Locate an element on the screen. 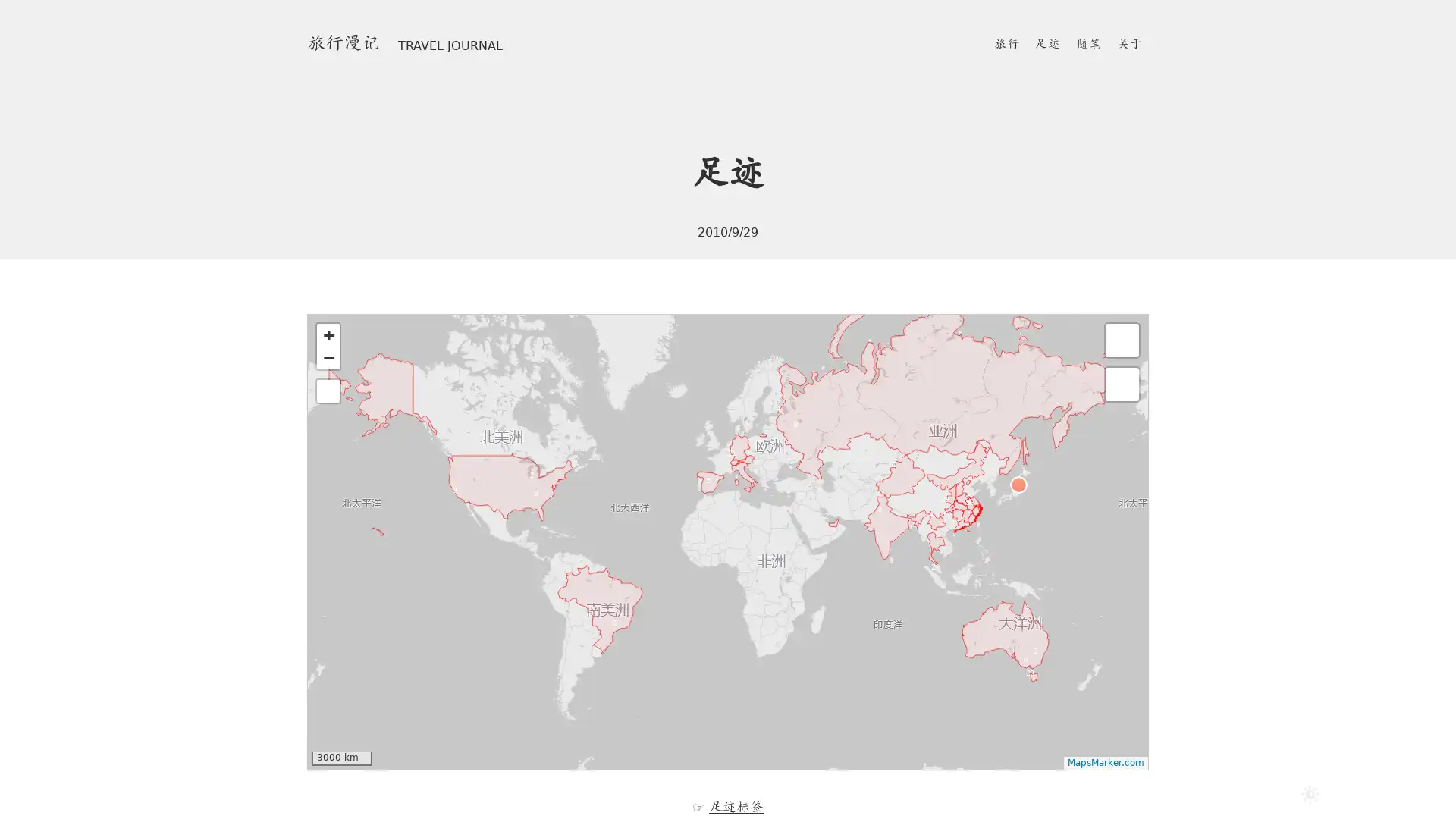 This screenshot has width=1456, height=819. 8 is located at coordinates (800, 429).